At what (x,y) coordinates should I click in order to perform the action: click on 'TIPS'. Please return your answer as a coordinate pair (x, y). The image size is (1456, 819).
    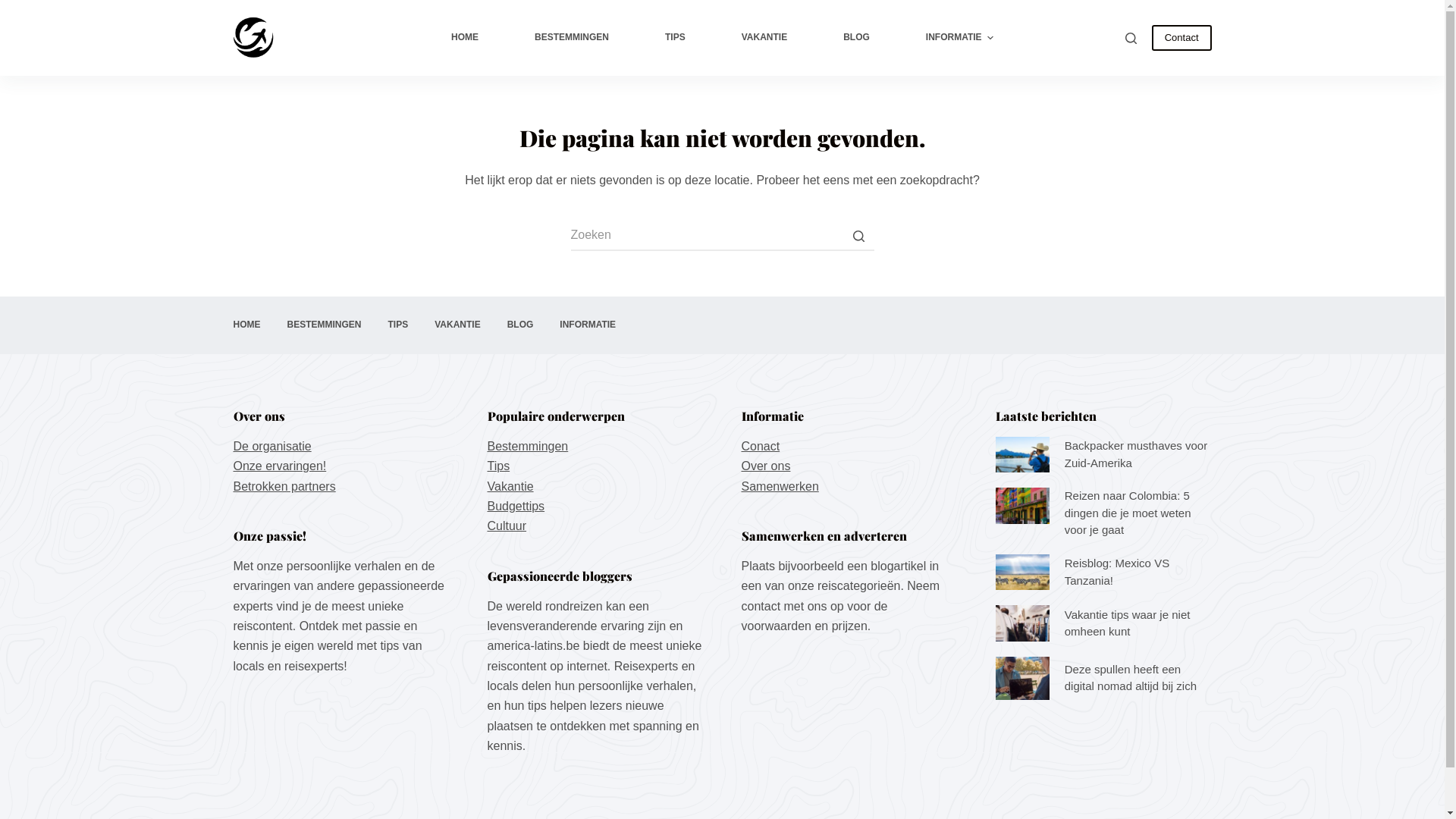
    Looking at the image, I should click on (397, 324).